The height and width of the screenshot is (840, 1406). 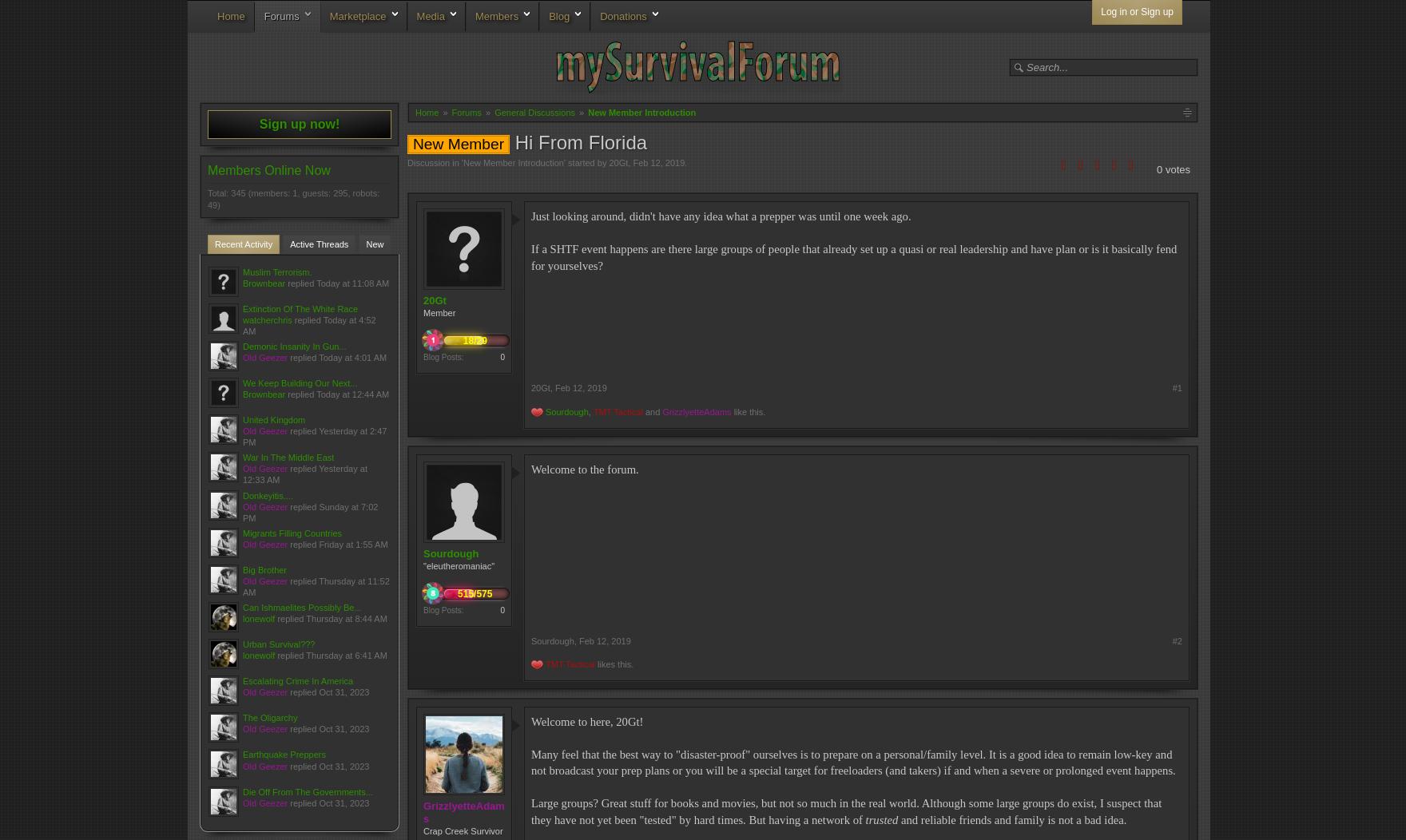 What do you see at coordinates (439, 312) in the screenshot?
I see `'Member'` at bounding box center [439, 312].